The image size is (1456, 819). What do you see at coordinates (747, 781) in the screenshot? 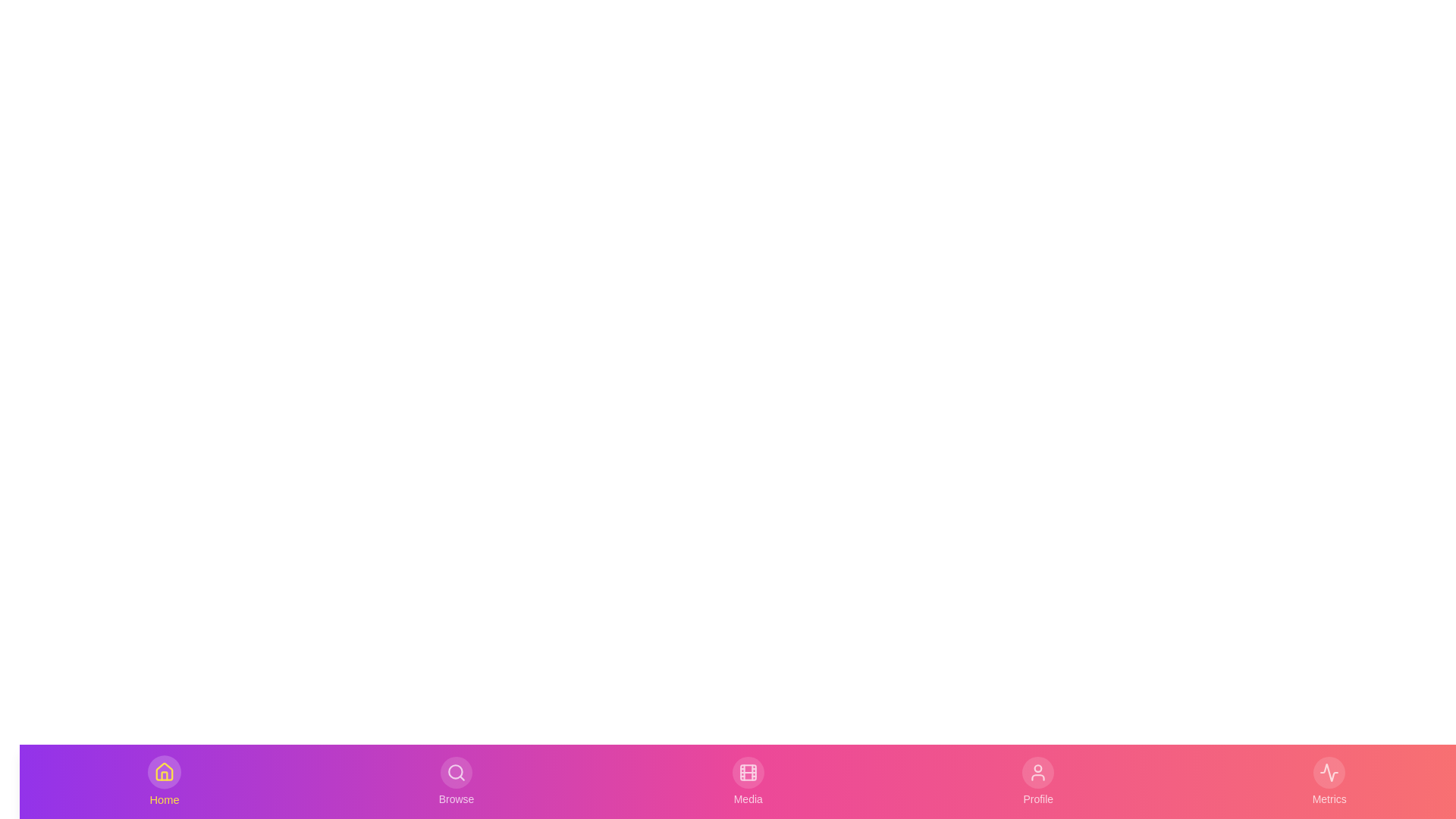
I see `the Media tab to view its interaction effects` at bounding box center [747, 781].